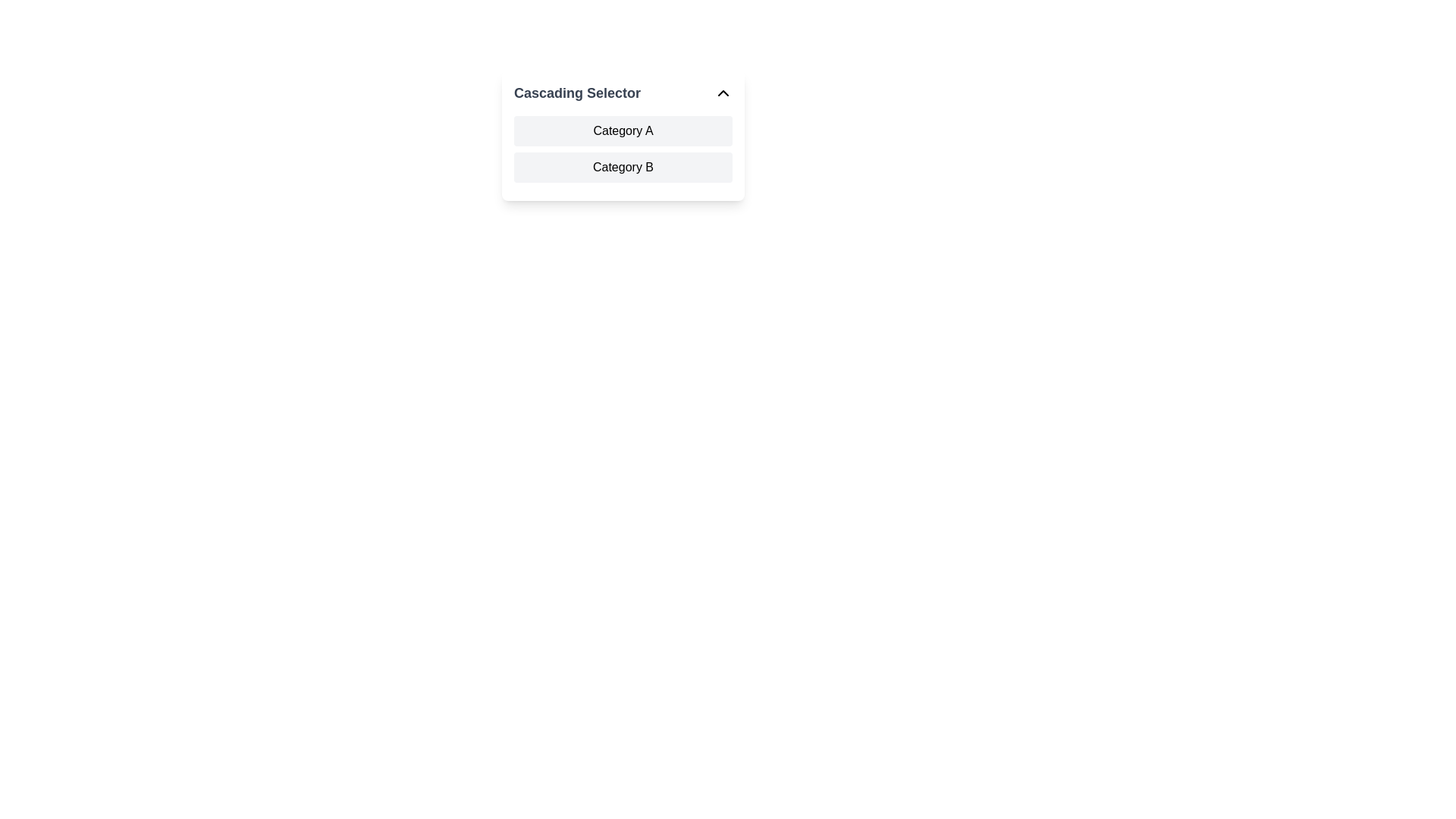 The height and width of the screenshot is (819, 1456). What do you see at coordinates (623, 130) in the screenshot?
I see `the first option in the dropdown menu labeled 'Category A'` at bounding box center [623, 130].